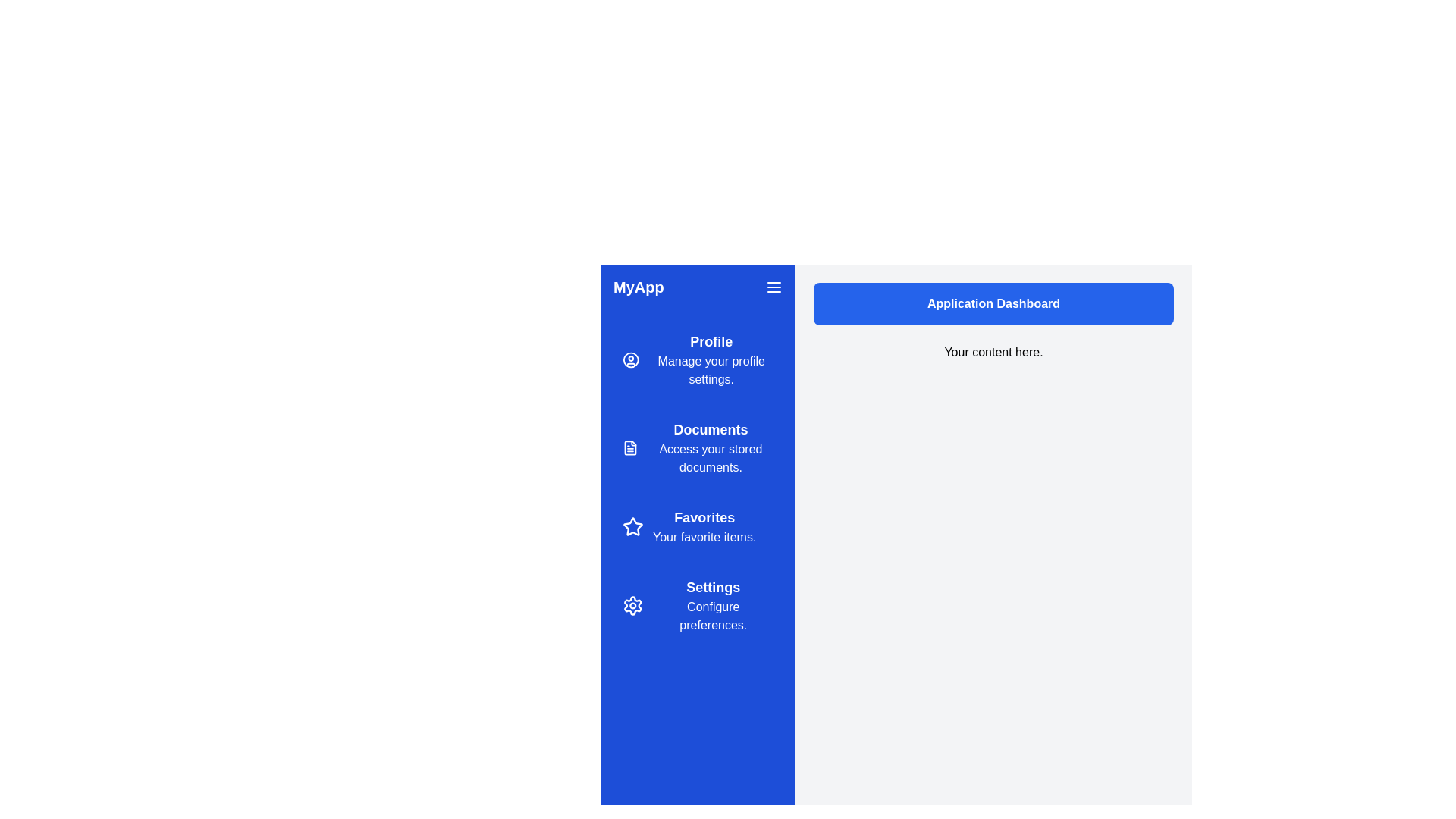 The image size is (1456, 819). Describe the element at coordinates (698, 359) in the screenshot. I see `the navigation item Profile from the drawer` at that location.